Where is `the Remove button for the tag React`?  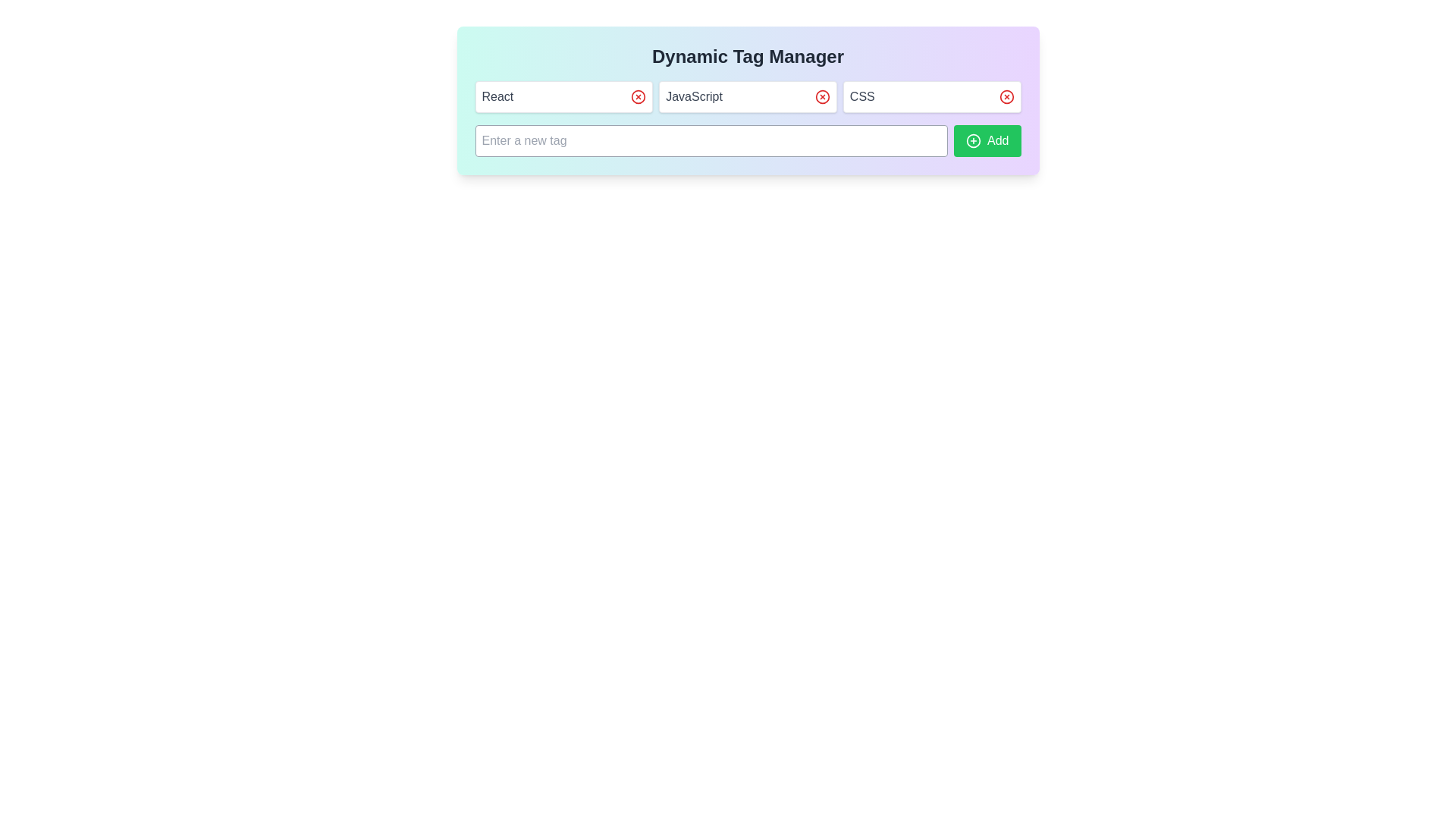 the Remove button for the tag React is located at coordinates (639, 96).